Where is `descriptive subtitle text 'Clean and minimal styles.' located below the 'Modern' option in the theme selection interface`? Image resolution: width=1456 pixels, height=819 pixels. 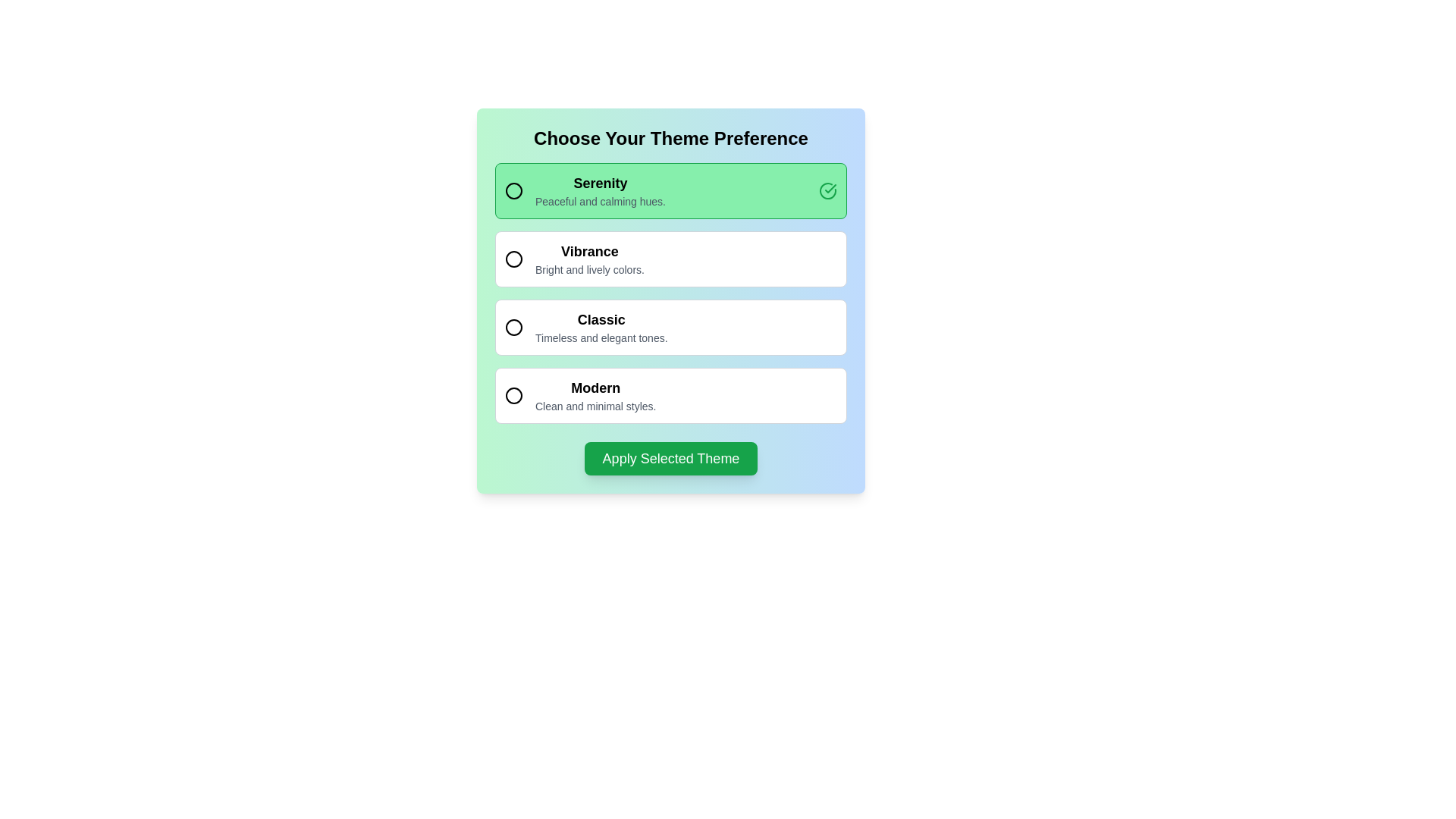
descriptive subtitle text 'Clean and minimal styles.' located below the 'Modern' option in the theme selection interface is located at coordinates (595, 406).